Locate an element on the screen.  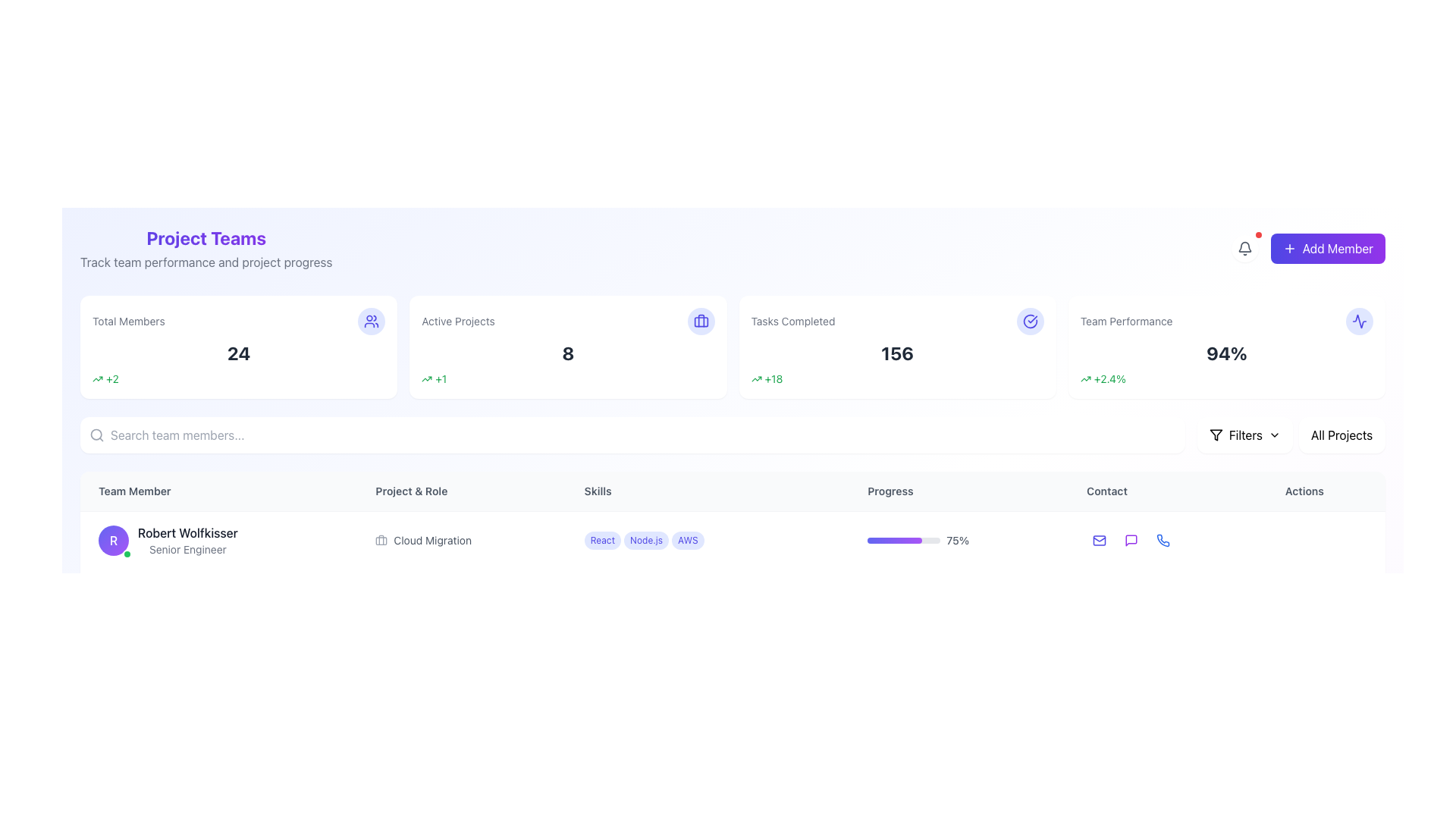
the 'Call' button located under the 'Contact' column in the 'Team Member' table to initiate a phone call is located at coordinates (1163, 654).